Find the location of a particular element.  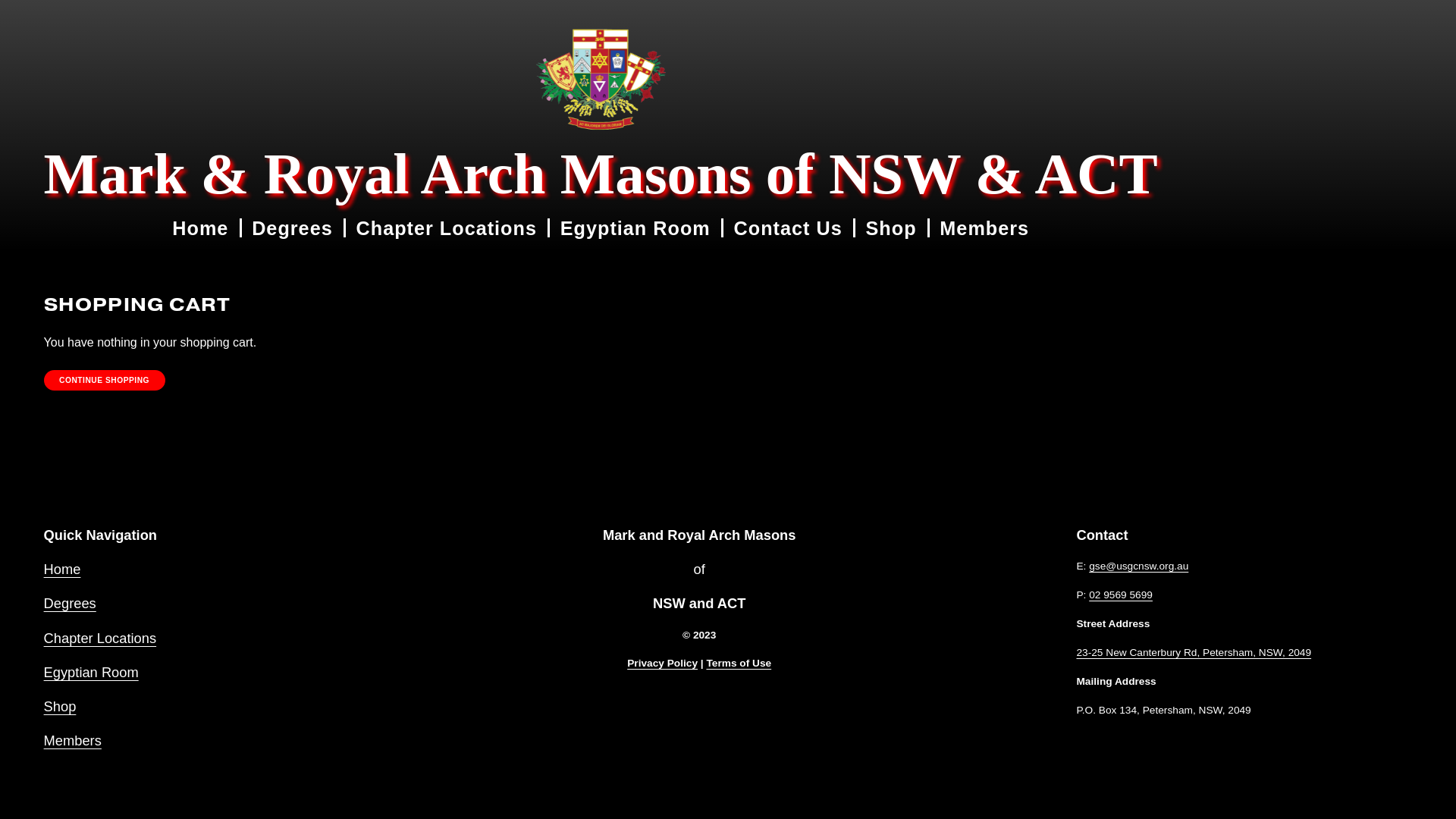

'Degrees' is located at coordinates (69, 602).